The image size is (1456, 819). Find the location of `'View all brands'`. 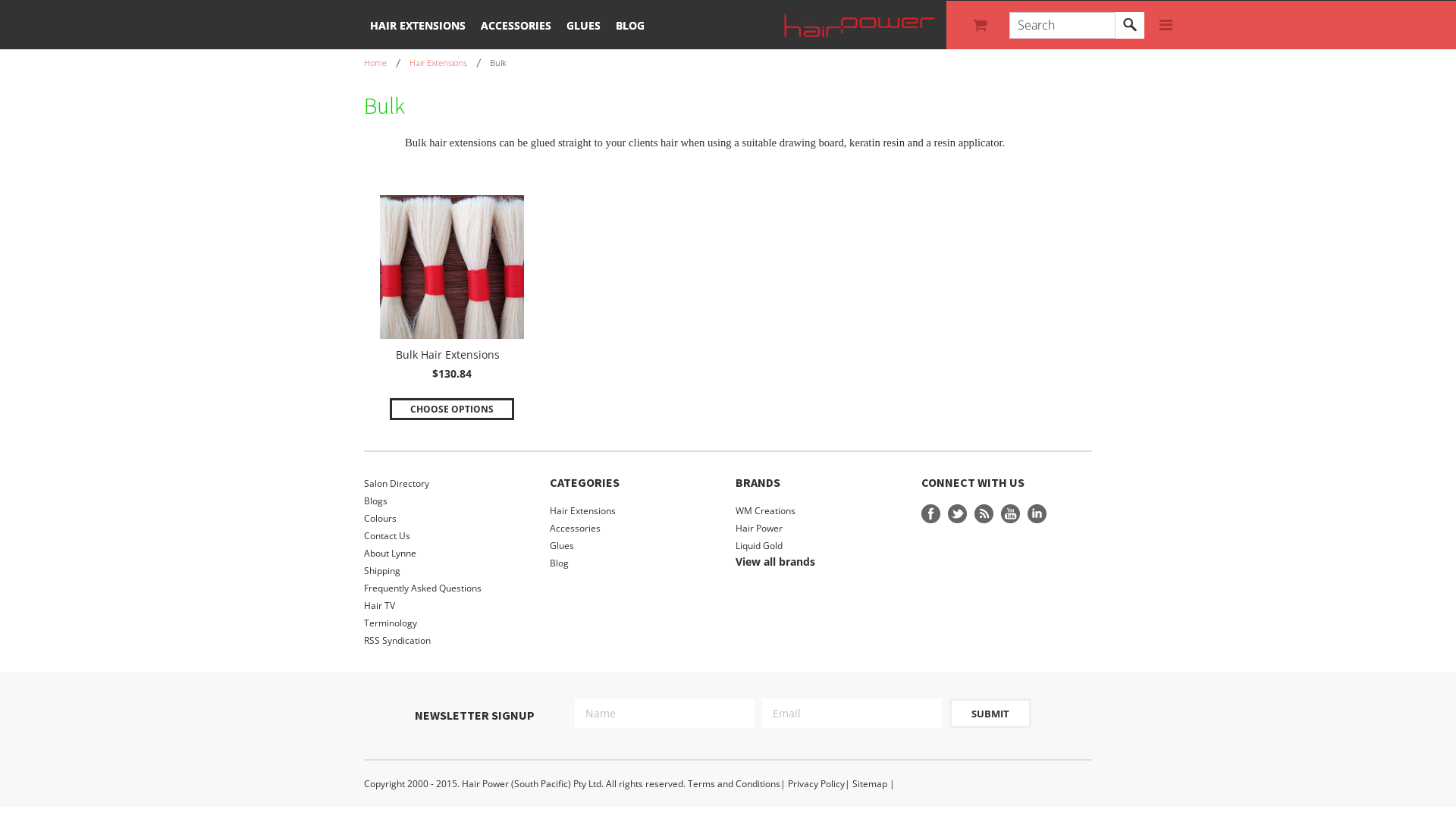

'View all brands' is located at coordinates (775, 561).